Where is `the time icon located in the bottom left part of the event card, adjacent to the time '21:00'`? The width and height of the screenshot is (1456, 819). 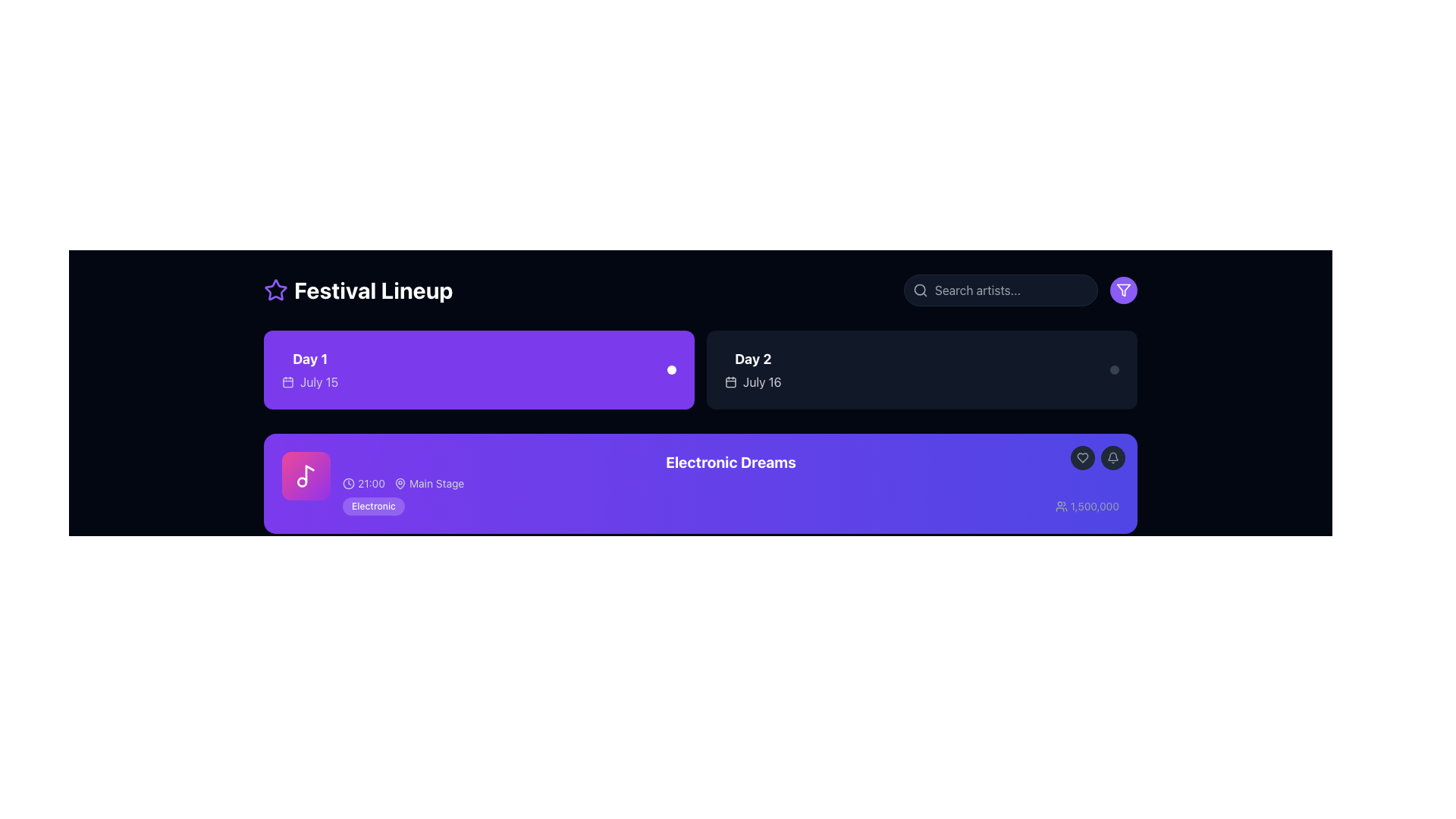
the time icon located in the bottom left part of the event card, adjacent to the time '21:00' is located at coordinates (348, 483).